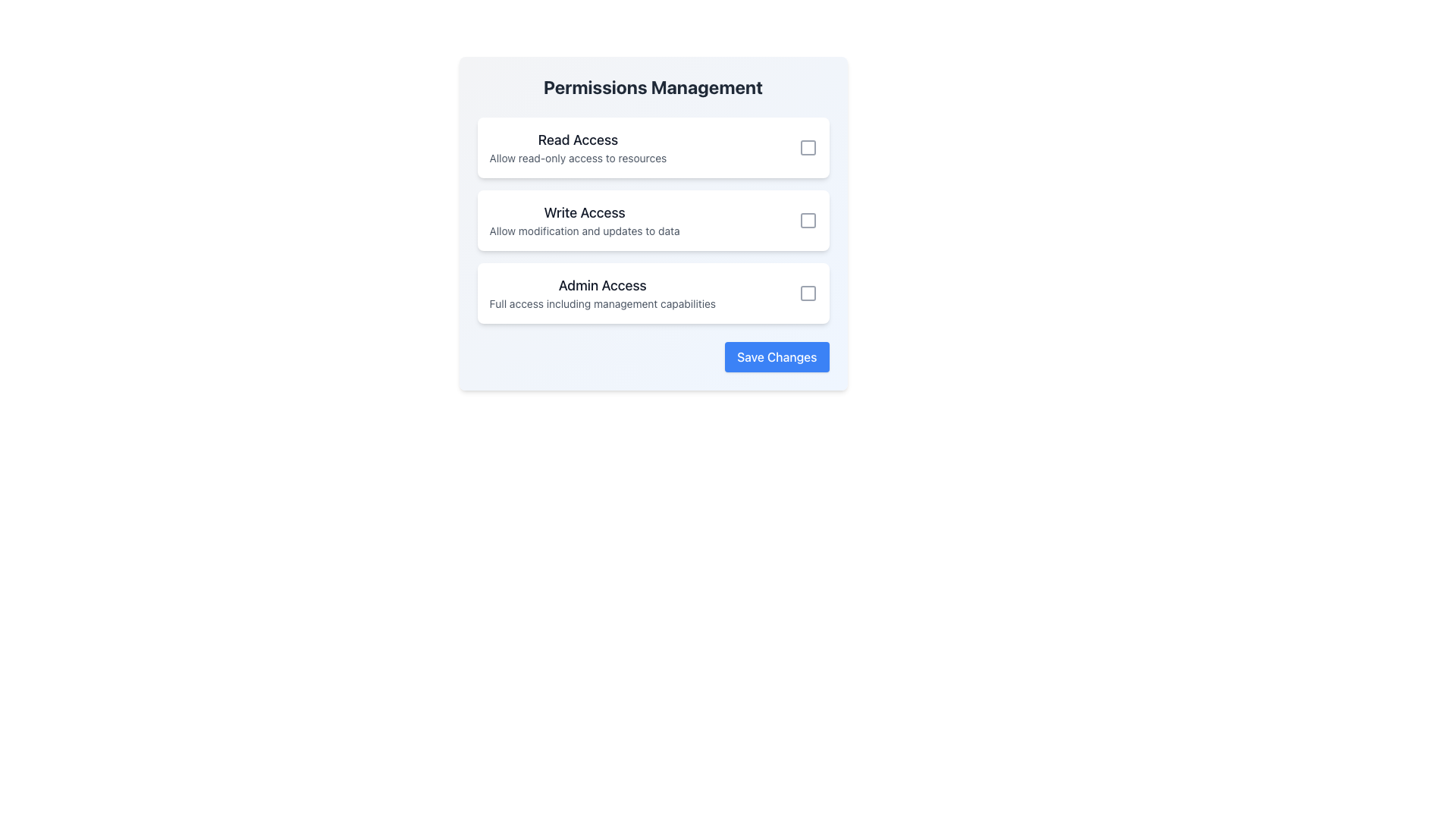  I want to click on the interactive checkbox for Admin Access permission located in the Permissions Management section, so click(807, 293).